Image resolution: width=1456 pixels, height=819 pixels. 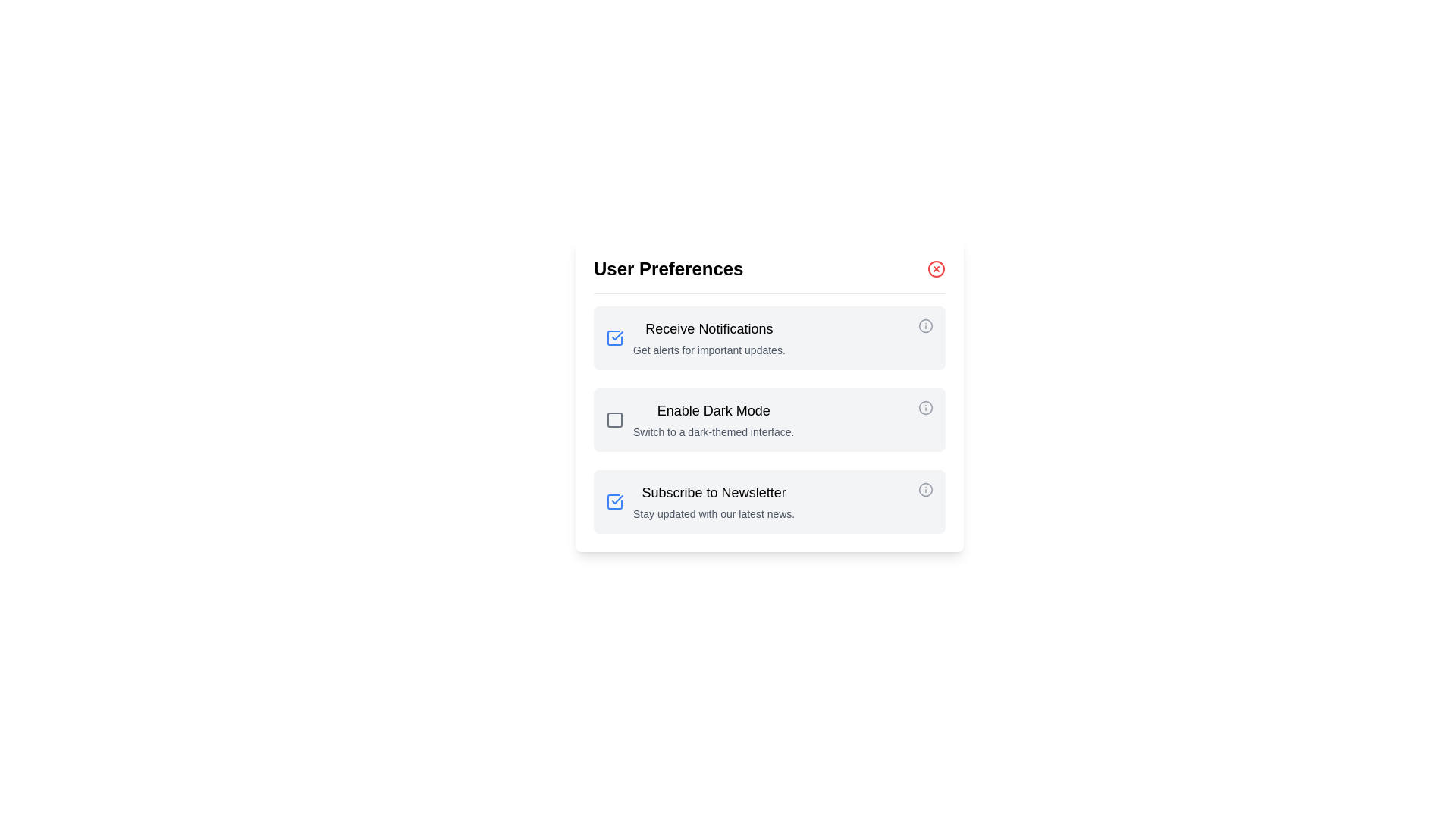 What do you see at coordinates (935, 268) in the screenshot?
I see `the closing icon button on the right side of the 'User Preferences' header` at bounding box center [935, 268].